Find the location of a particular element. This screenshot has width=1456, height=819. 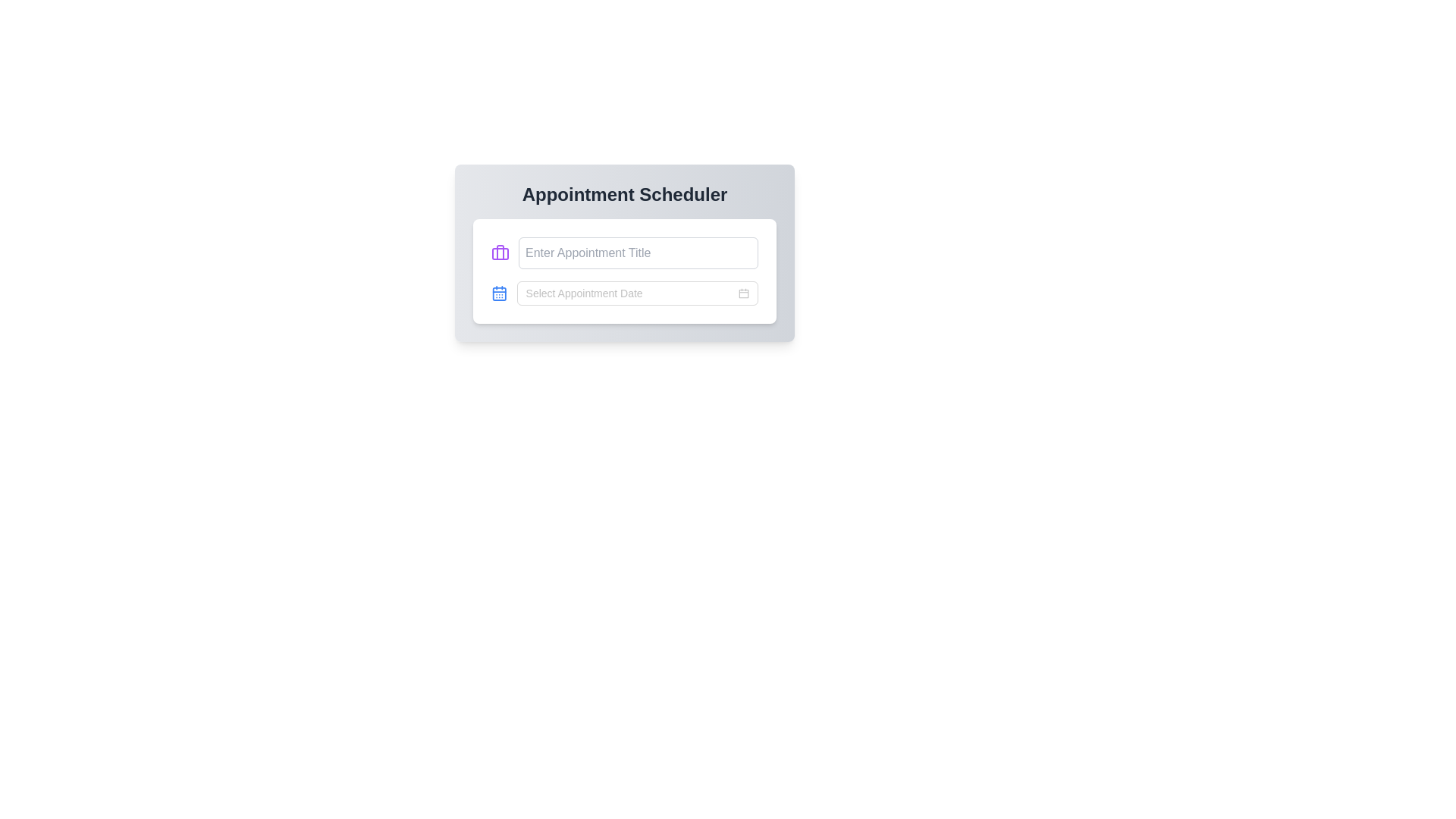

the purple briefcase icon located to the left of the appointment title text input field is located at coordinates (500, 253).